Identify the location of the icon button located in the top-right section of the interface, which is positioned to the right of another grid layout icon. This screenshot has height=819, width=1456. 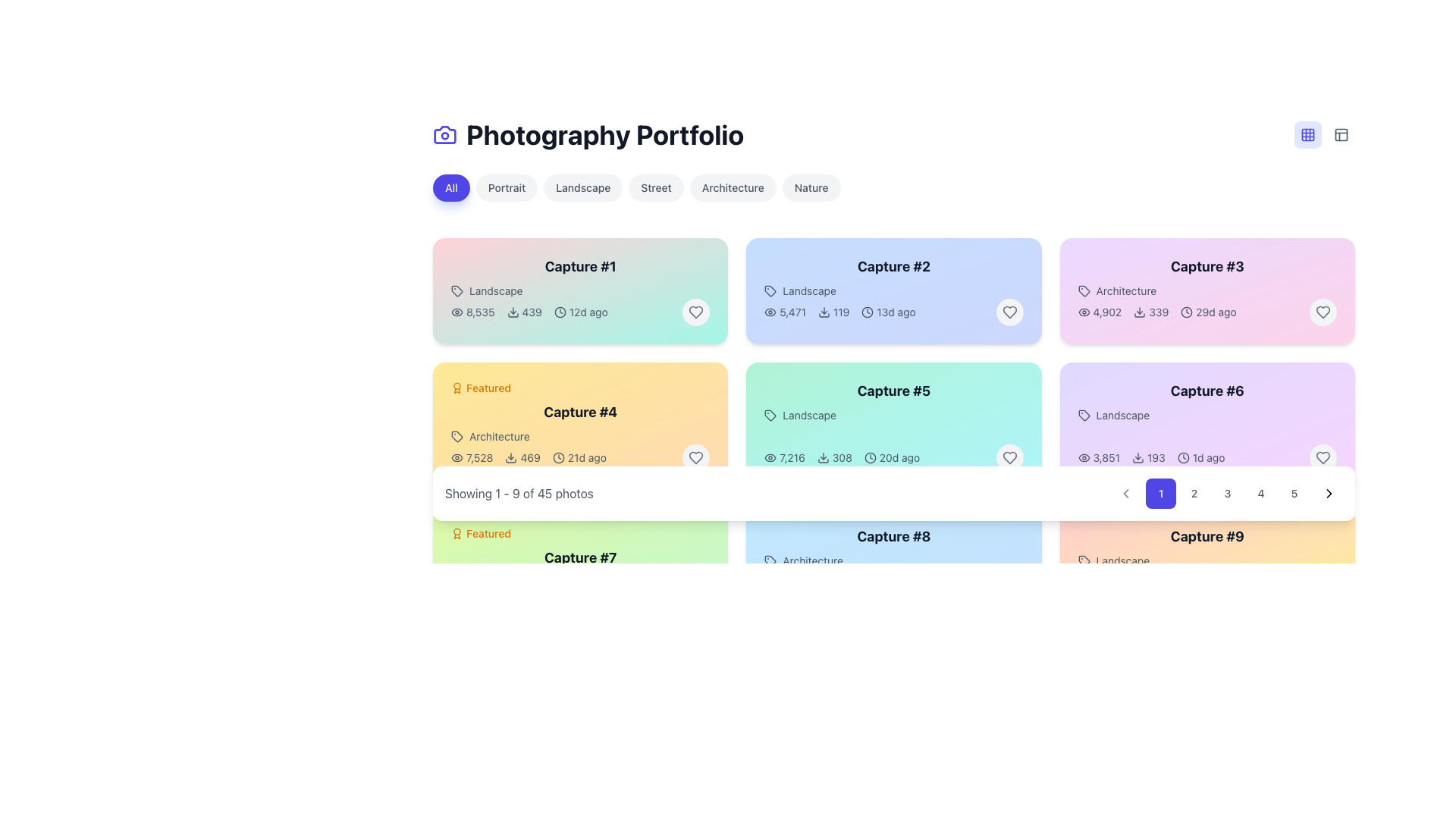
(1341, 133).